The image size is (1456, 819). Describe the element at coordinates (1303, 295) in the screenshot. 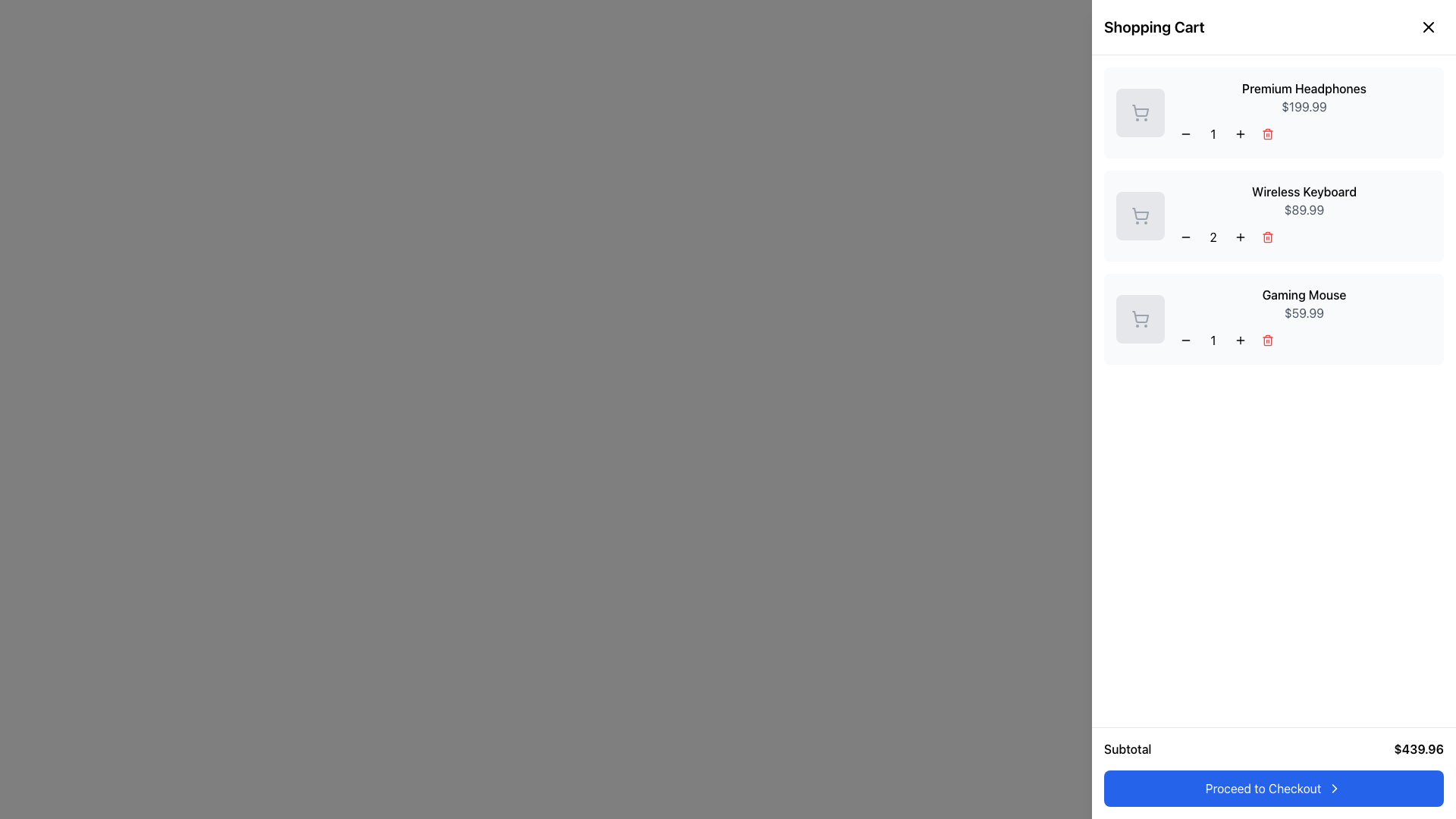

I see `the 'Gaming Mouse' label, which is displayed in a bold font and is located in the shopping cart panel, under 'Wireless Keyboard' and above the price '$59.99'` at that location.